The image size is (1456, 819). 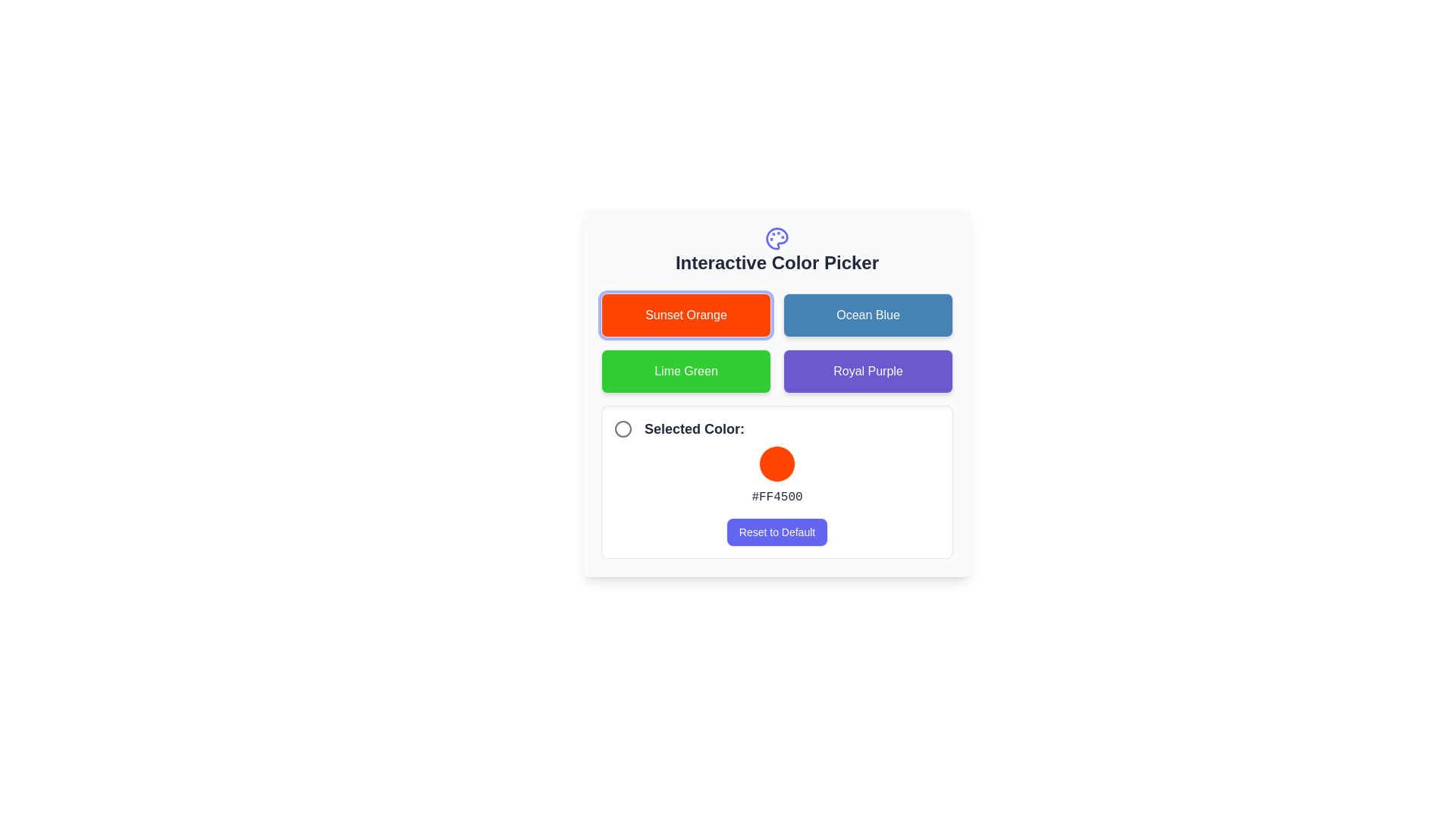 I want to click on keyboard navigation, so click(x=868, y=315).